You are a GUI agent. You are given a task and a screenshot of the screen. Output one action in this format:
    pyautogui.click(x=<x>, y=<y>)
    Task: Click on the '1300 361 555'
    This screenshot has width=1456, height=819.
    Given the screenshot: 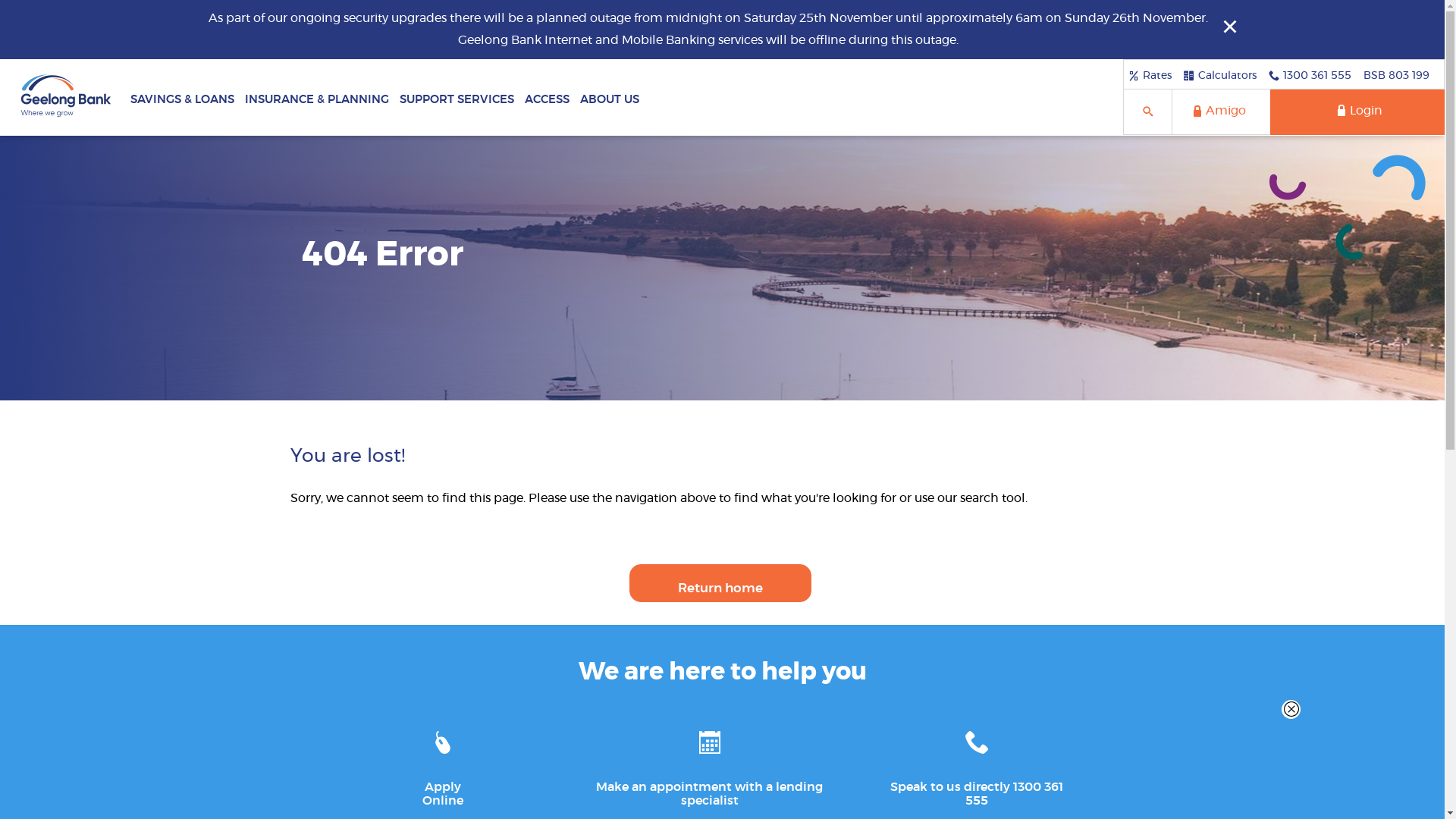 What is the action you would take?
    pyautogui.click(x=1309, y=75)
    